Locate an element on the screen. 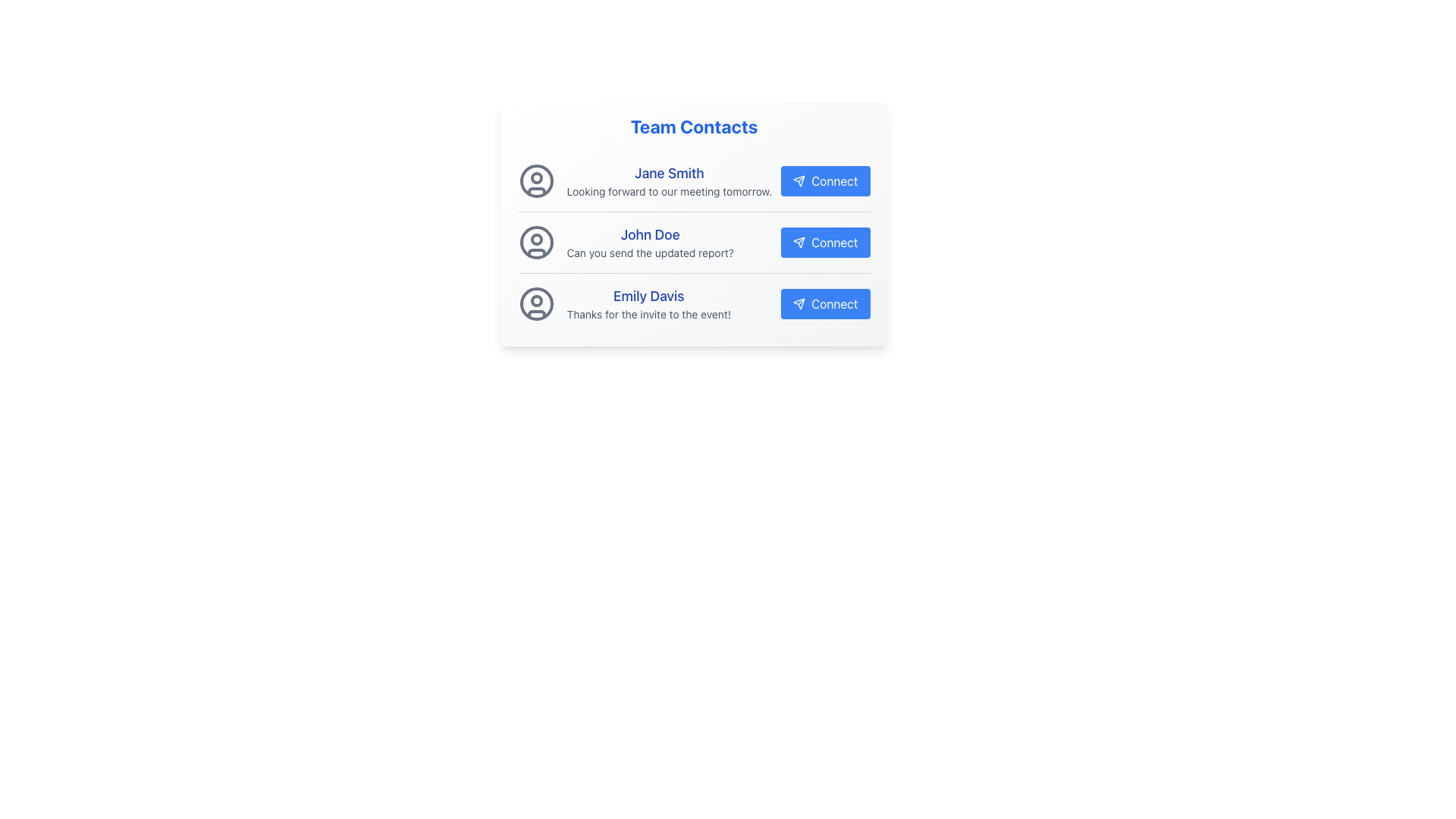 Image resolution: width=1456 pixels, height=819 pixels. the Curve element that forms the lower part of the user profile icon, which is styled as a thin outline and is adjacent to the name 'Jane Smith' is located at coordinates (536, 190).